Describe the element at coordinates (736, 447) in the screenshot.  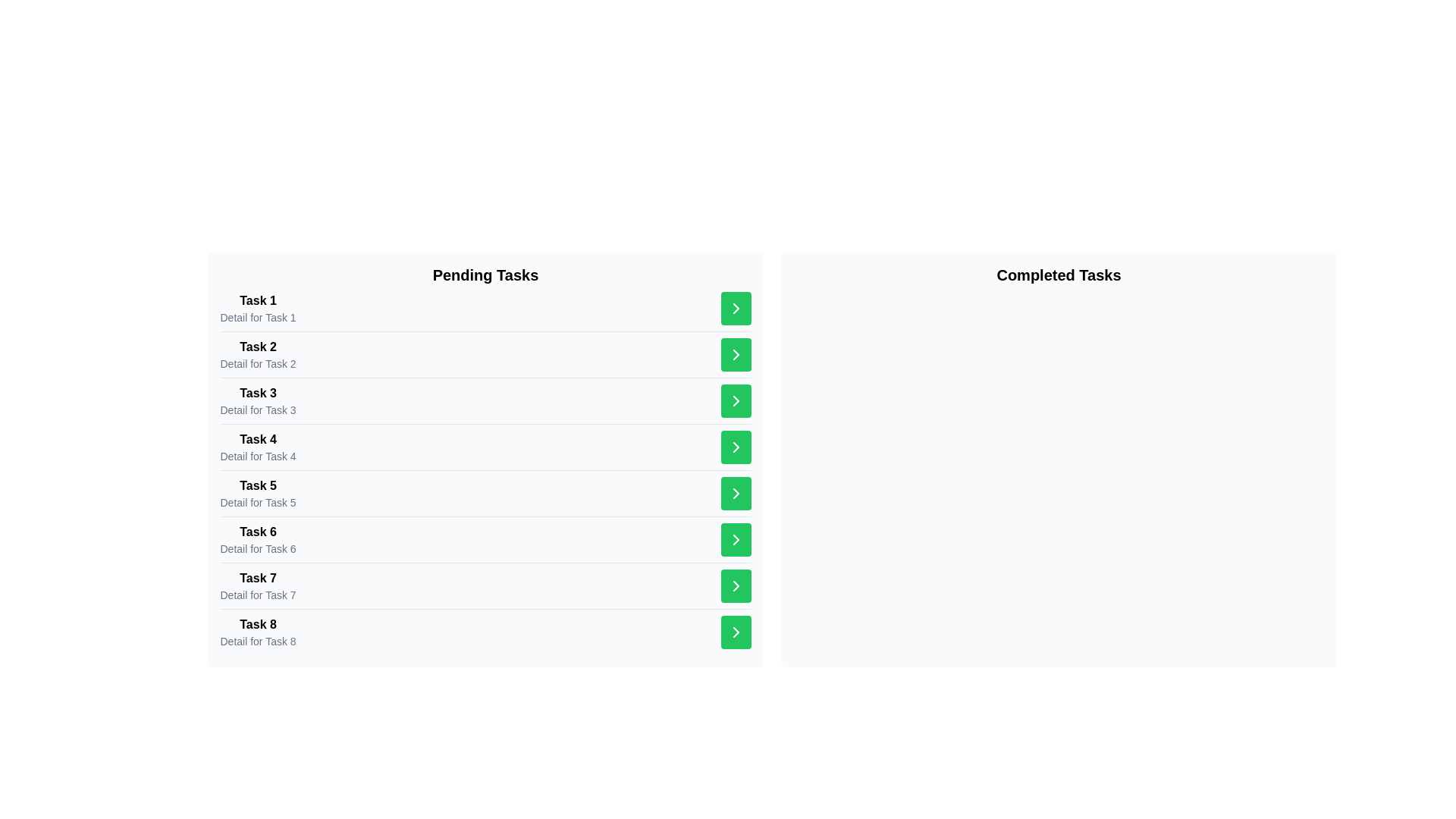
I see `the green rounded rectangular button with a white rightward-facing chevron icon located in the right section of the row labeled 'Task 4' in the 'Pending Tasks' list` at that location.